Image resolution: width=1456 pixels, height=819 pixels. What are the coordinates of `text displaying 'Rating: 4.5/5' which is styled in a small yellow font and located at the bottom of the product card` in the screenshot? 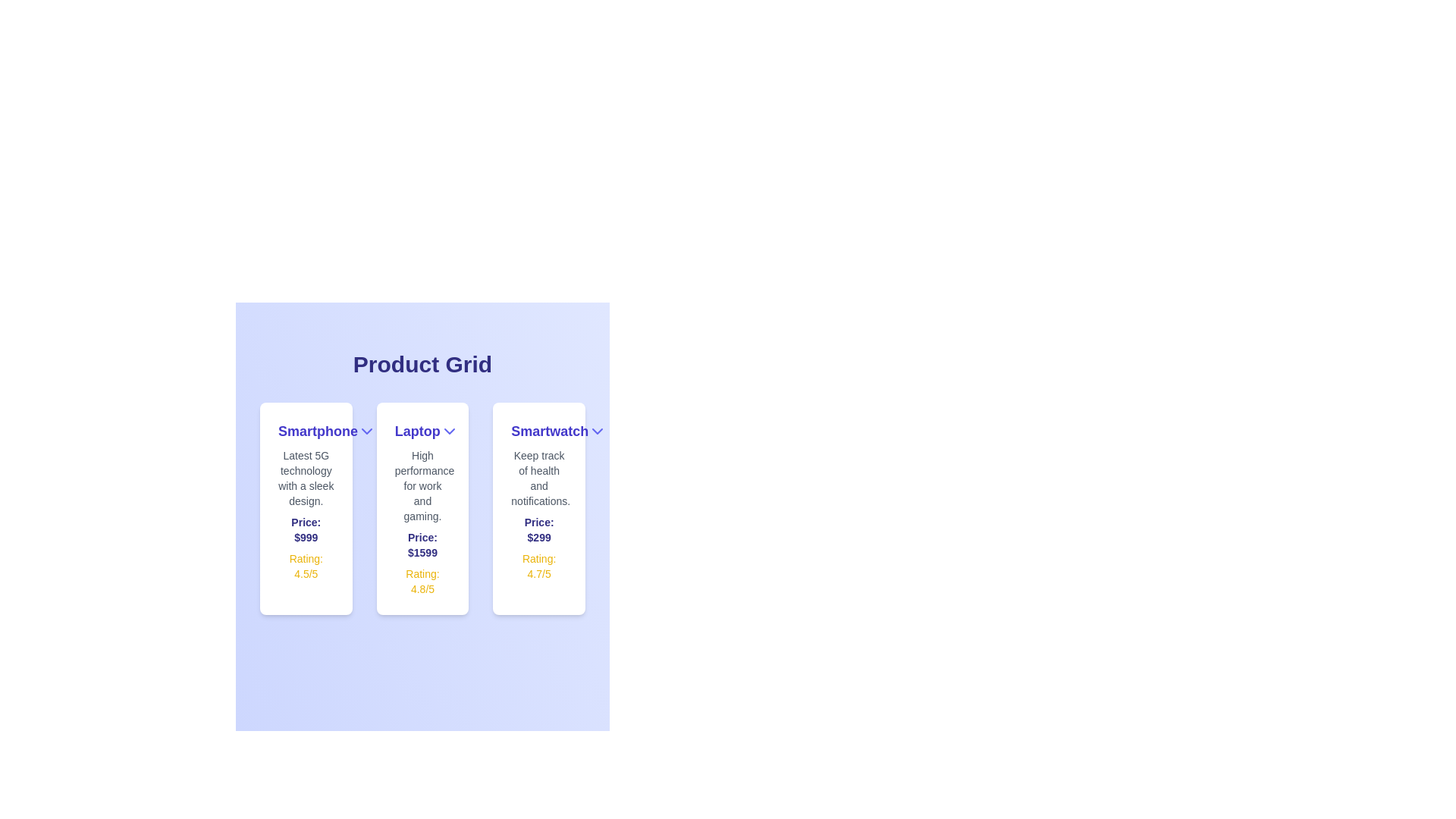 It's located at (305, 566).